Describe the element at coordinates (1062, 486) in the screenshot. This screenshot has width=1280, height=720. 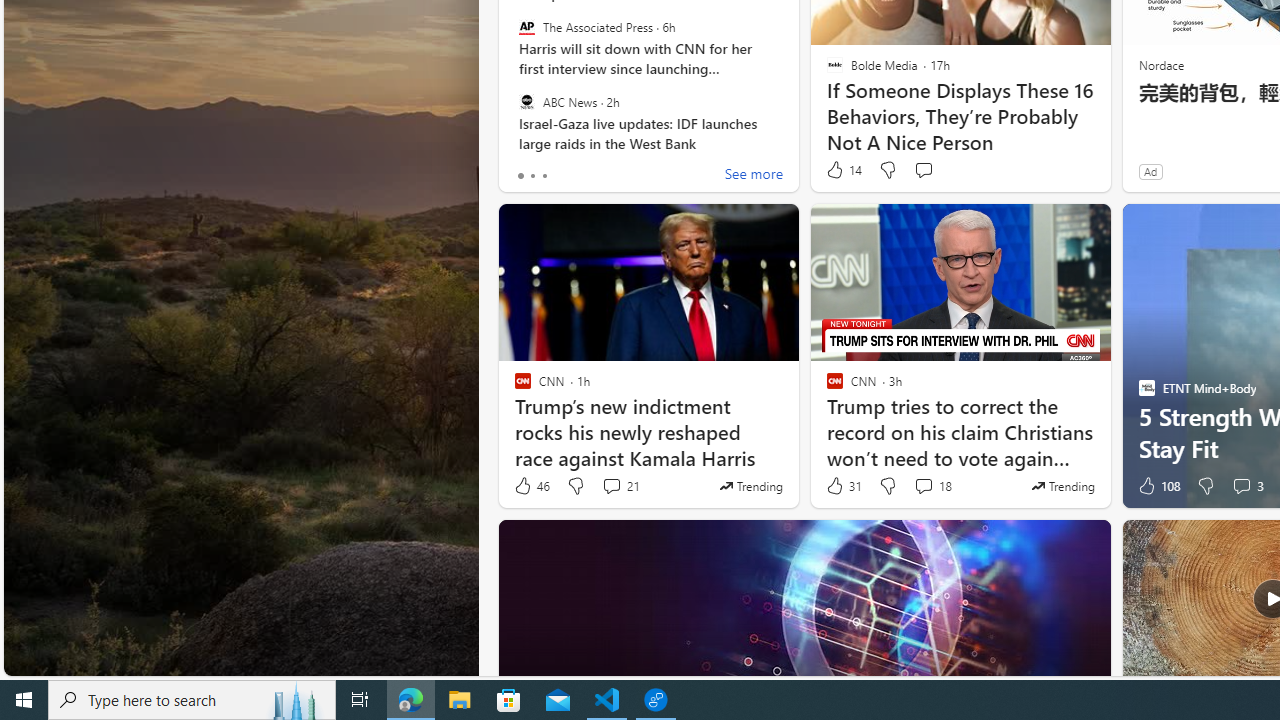
I see `'This story is trending'` at that location.